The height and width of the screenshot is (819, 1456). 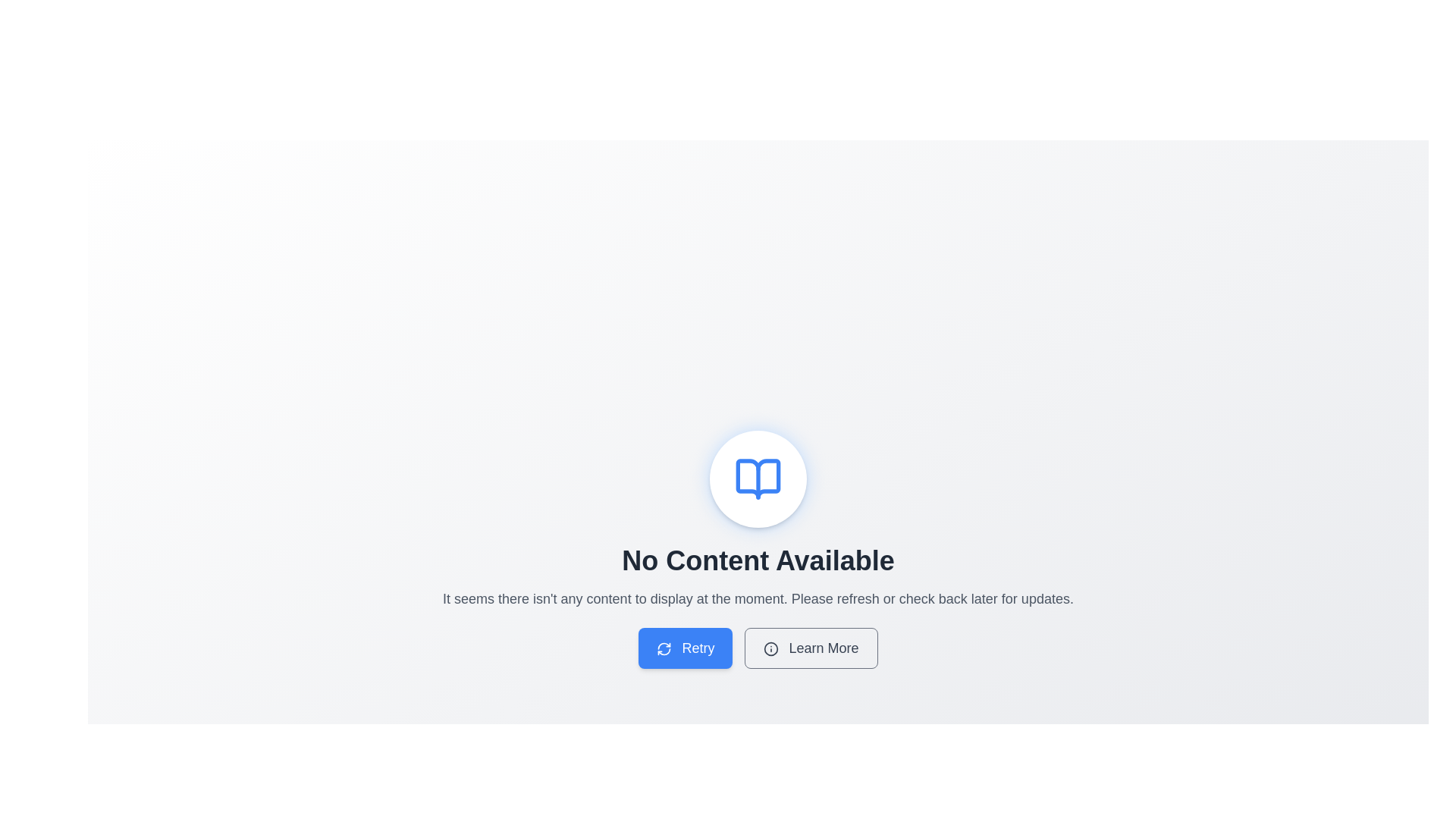 What do you see at coordinates (758, 479) in the screenshot?
I see `the circular icon with a light blue background featuring an open book graphic, located centrally above the main content` at bounding box center [758, 479].